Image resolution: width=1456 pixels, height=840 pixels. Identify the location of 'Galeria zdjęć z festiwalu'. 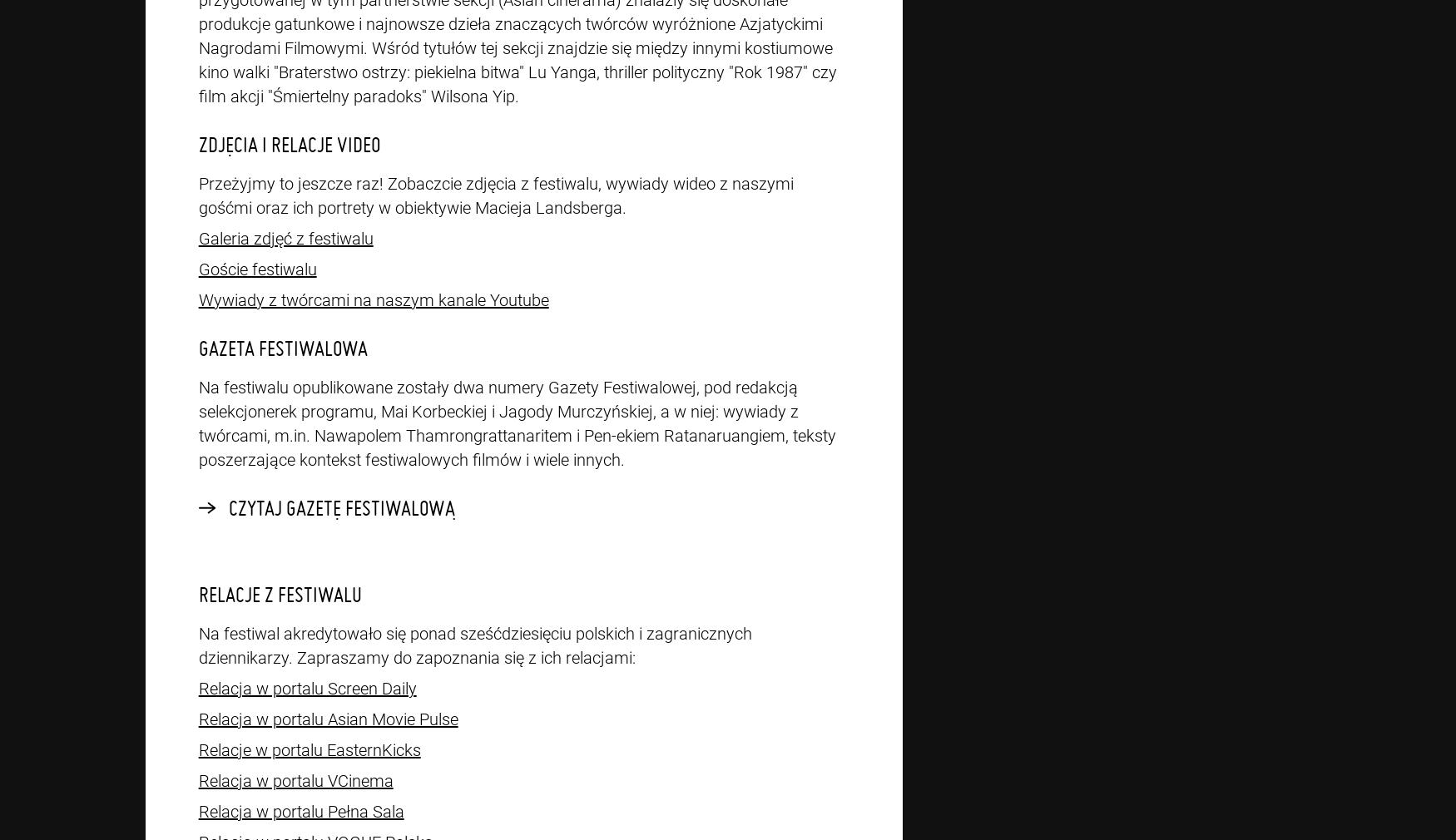
(285, 239).